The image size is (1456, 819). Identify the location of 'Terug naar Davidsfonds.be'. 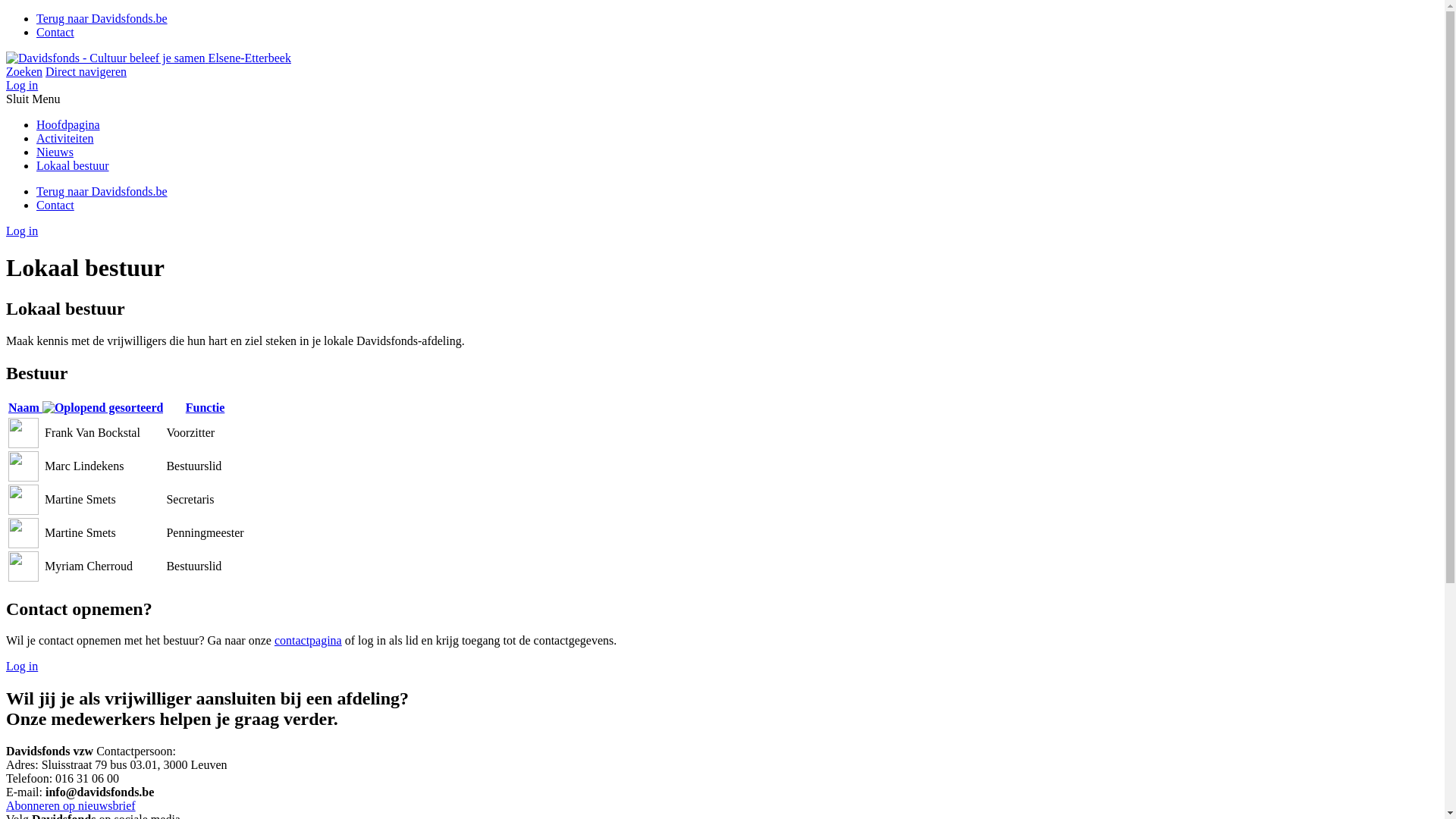
(36, 18).